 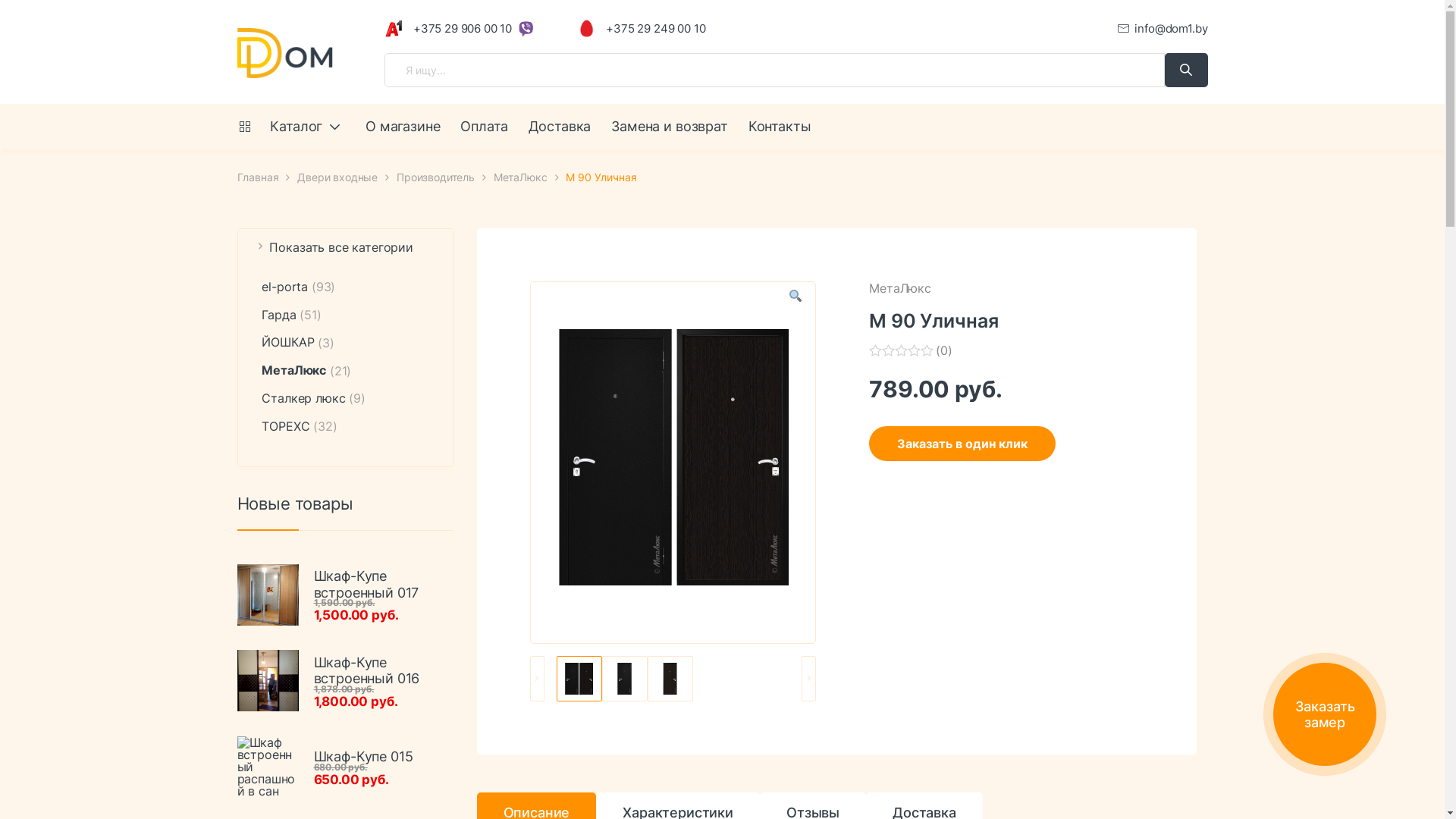 What do you see at coordinates (384, 28) in the screenshot?
I see `'+375 29 906 00 10'` at bounding box center [384, 28].